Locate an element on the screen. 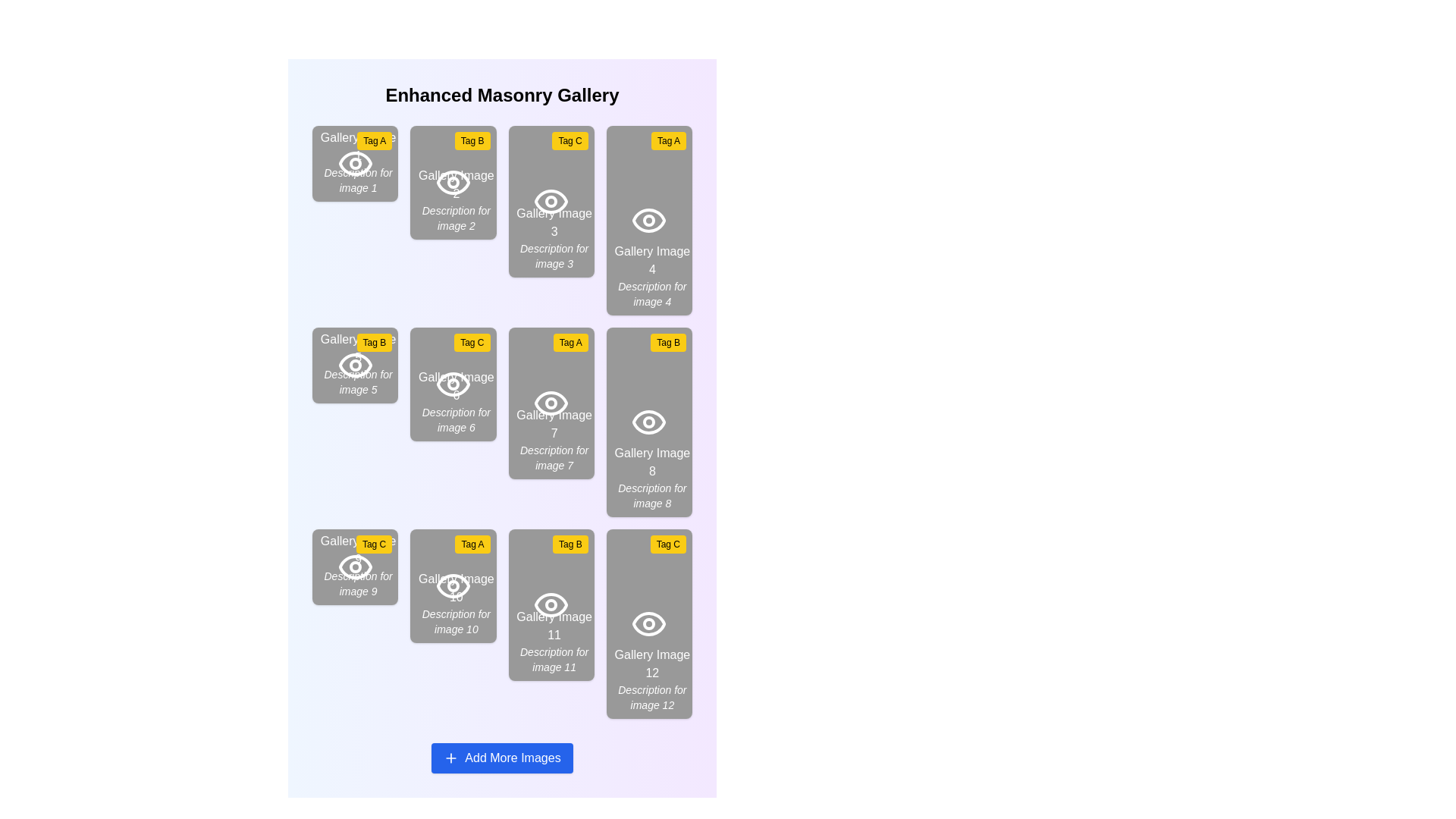 The image size is (1456, 819). the static text label displaying 'Gallery Image 6' is located at coordinates (455, 385).